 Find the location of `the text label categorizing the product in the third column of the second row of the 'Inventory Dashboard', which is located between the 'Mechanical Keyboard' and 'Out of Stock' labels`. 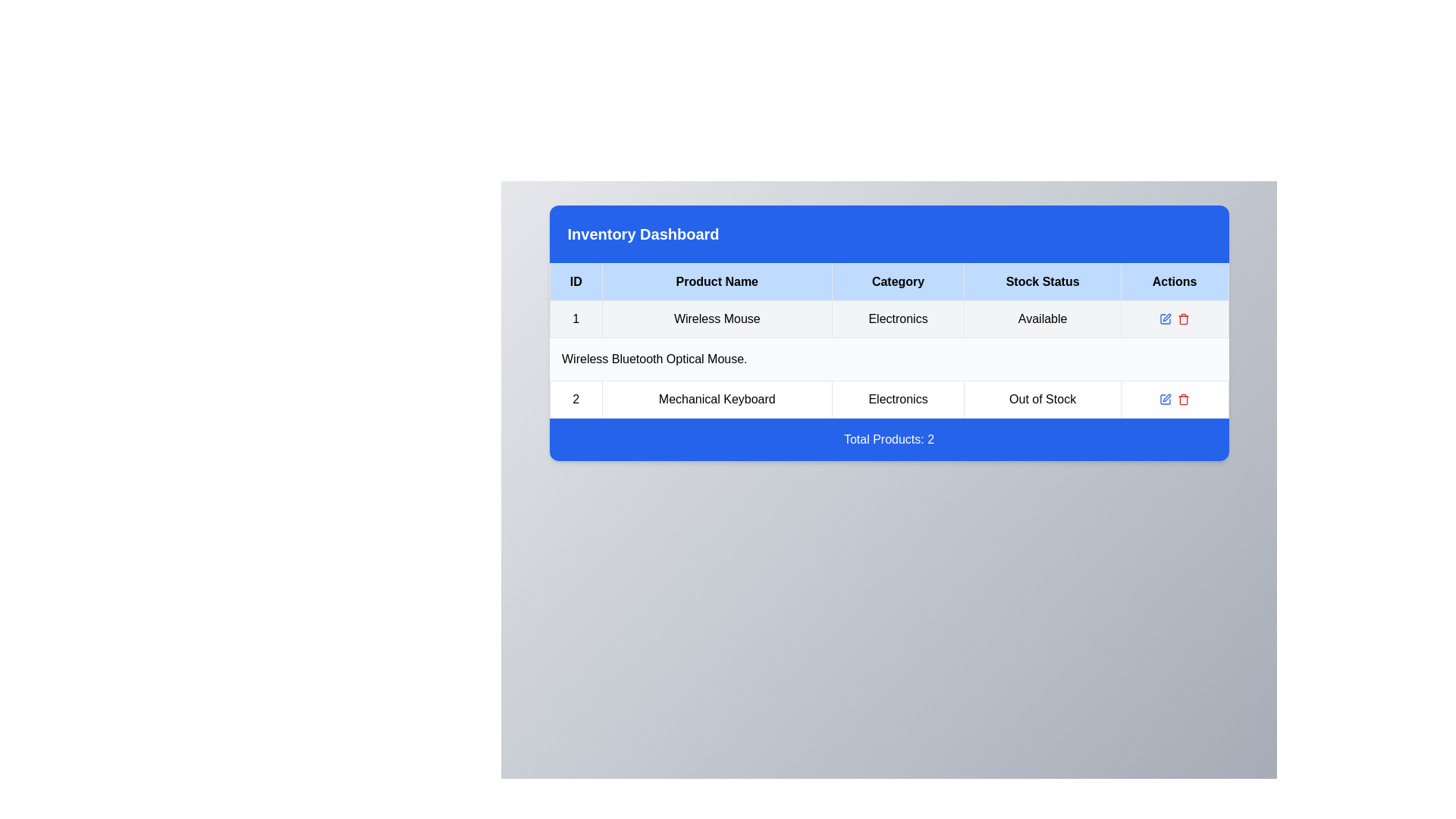

the text label categorizing the product in the third column of the second row of the 'Inventory Dashboard', which is located between the 'Mechanical Keyboard' and 'Out of Stock' labels is located at coordinates (898, 399).